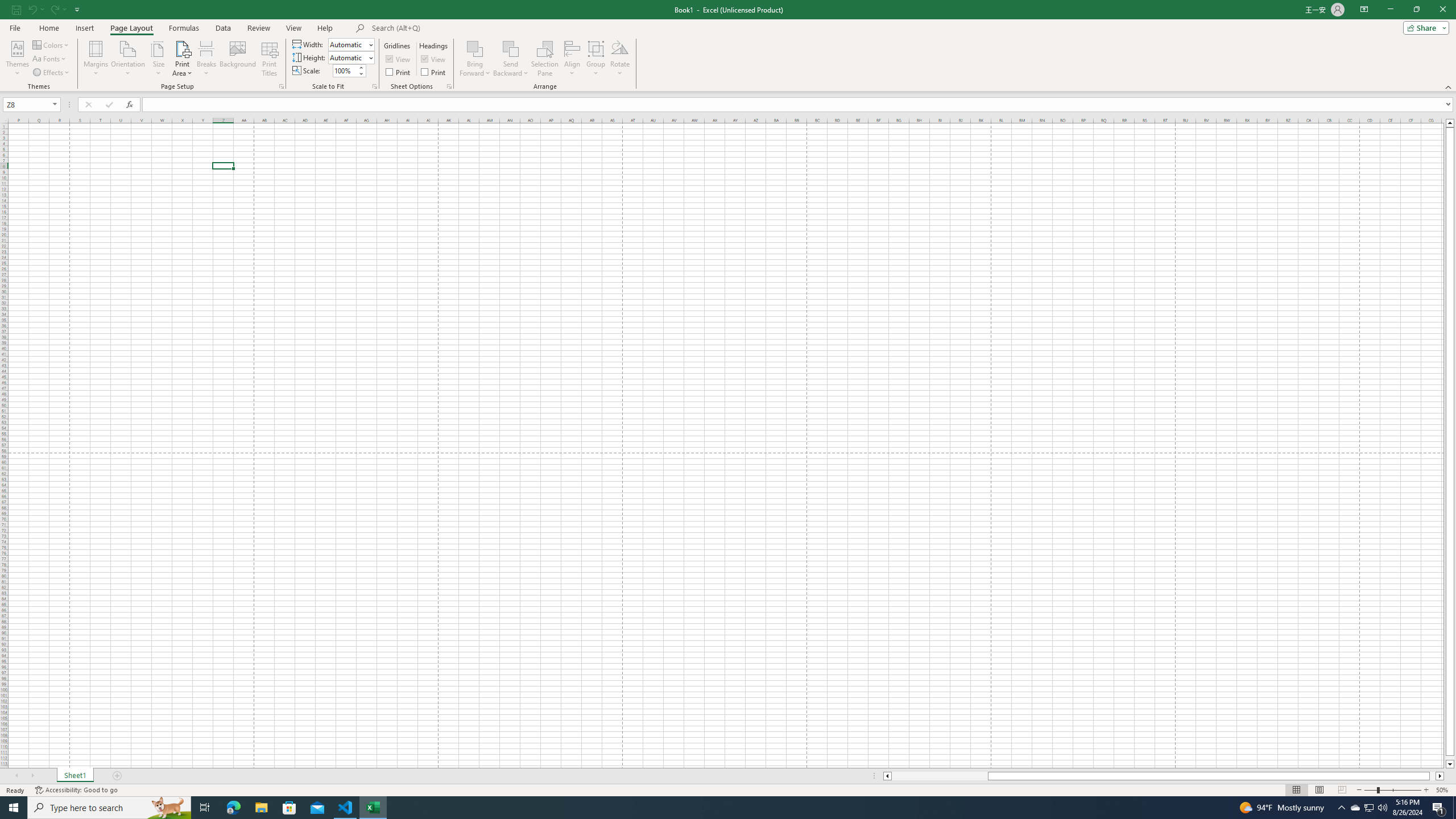 This screenshot has width=1456, height=819. I want to click on 'Colors', so click(51, 44).